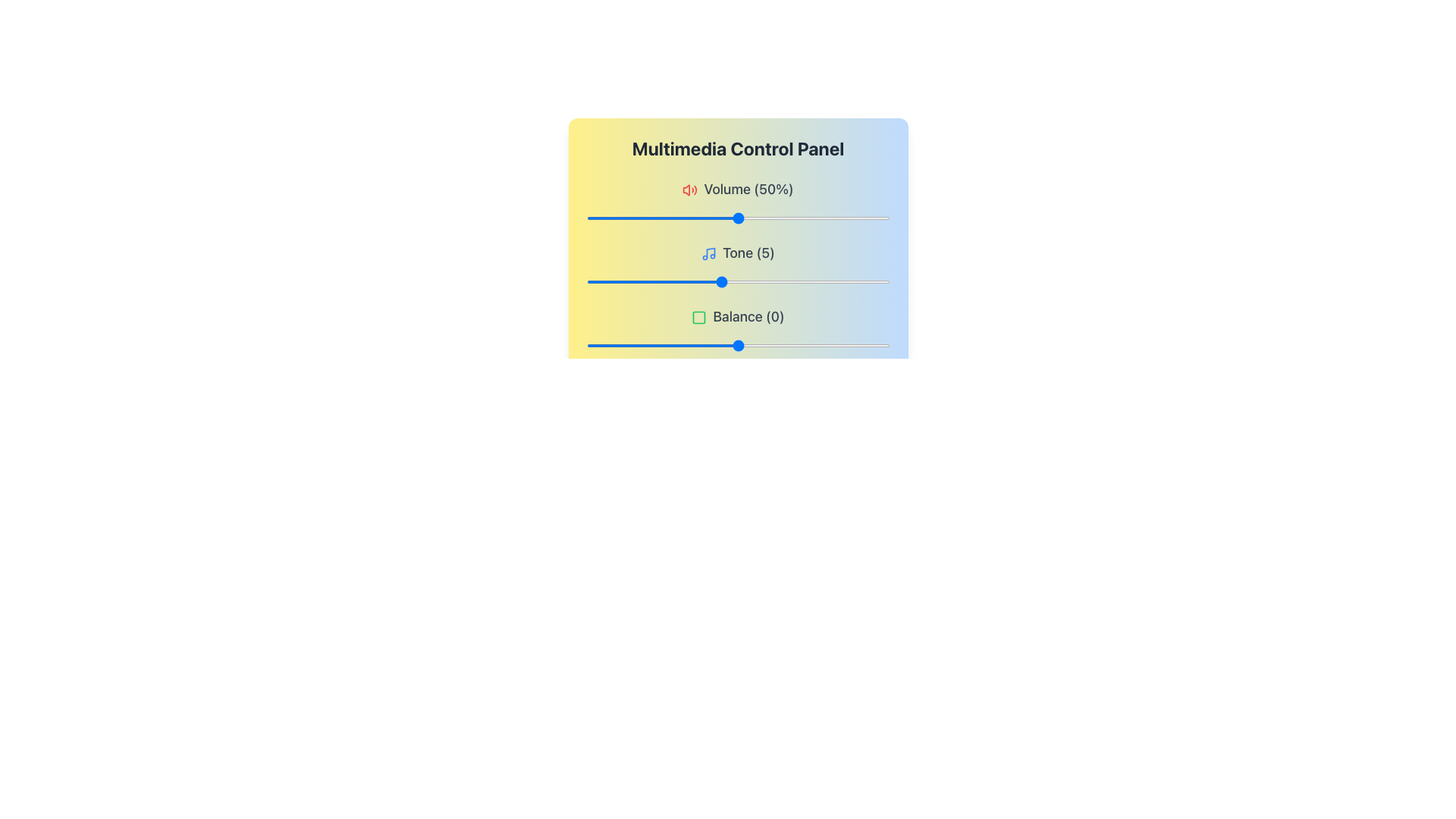 Image resolution: width=1456 pixels, height=819 pixels. Describe the element at coordinates (738, 149) in the screenshot. I see `the main header text of the Multimedia Control Panel, which indicates its purpose and context` at that location.